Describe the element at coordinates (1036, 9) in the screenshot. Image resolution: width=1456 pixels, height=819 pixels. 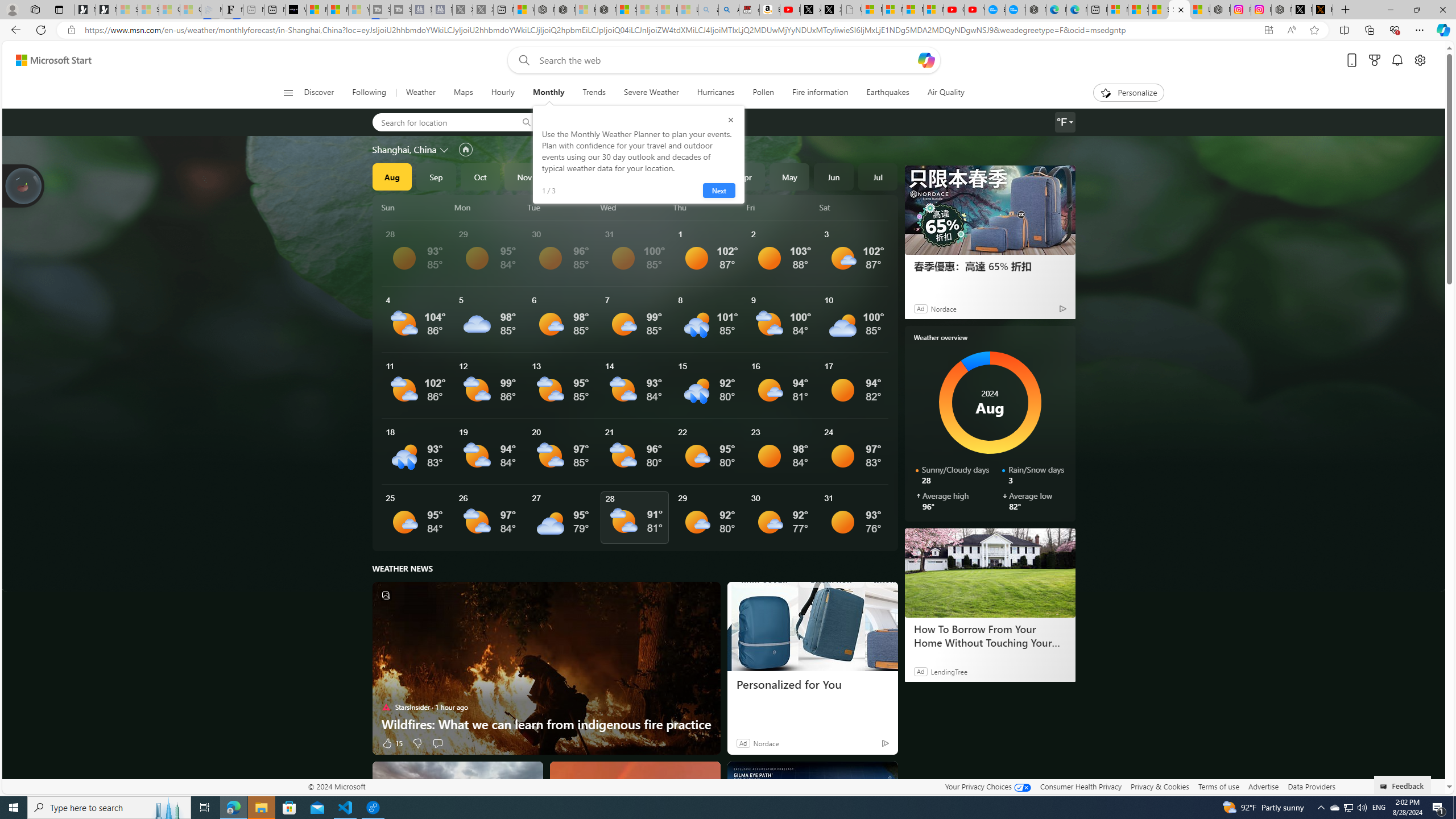
I see `'Nordace - Nordace has arrived Hong Kong'` at that location.